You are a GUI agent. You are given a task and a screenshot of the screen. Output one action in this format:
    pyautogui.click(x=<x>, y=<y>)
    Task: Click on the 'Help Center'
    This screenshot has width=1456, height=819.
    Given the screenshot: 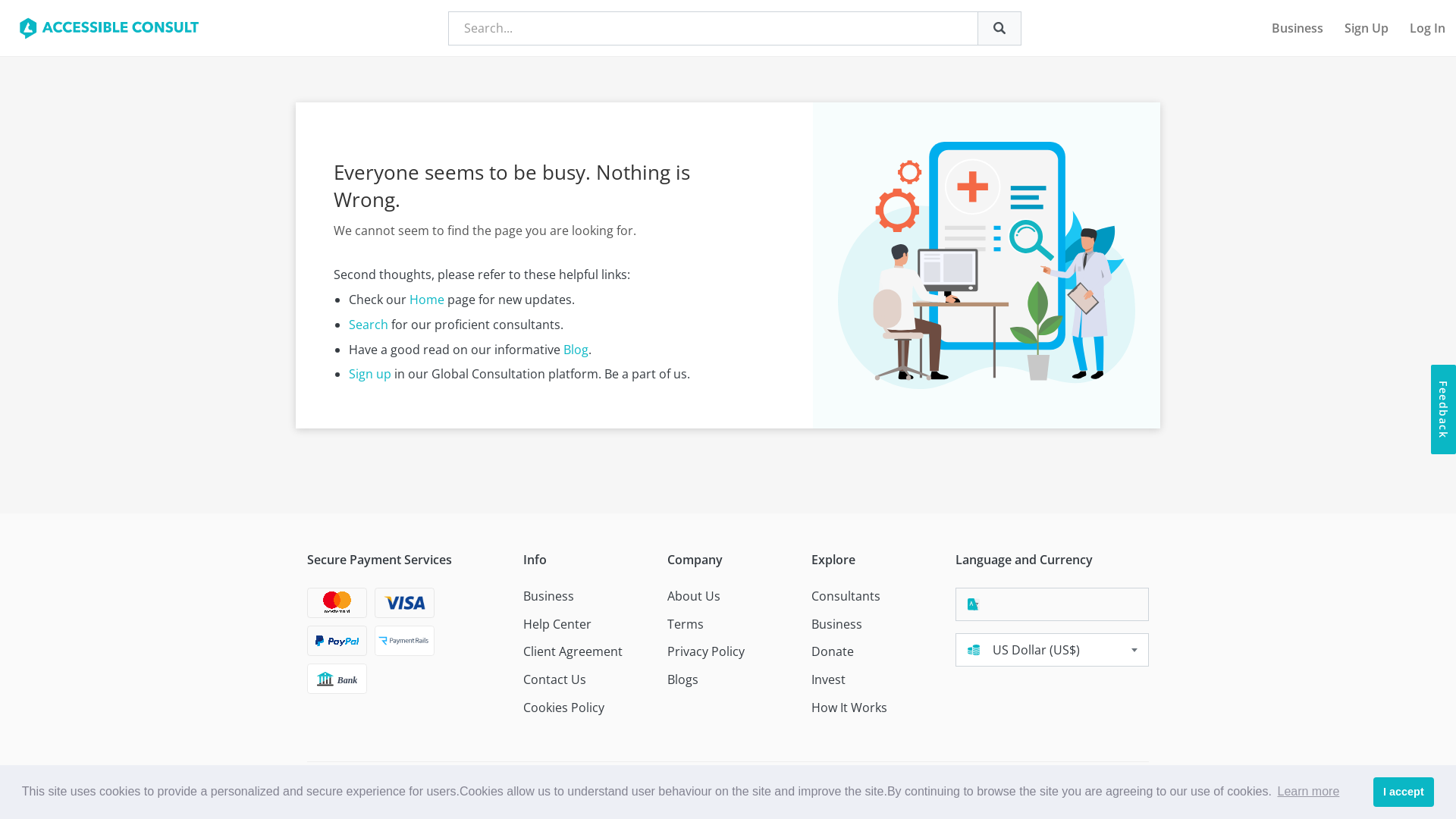 What is the action you would take?
    pyautogui.click(x=523, y=624)
    